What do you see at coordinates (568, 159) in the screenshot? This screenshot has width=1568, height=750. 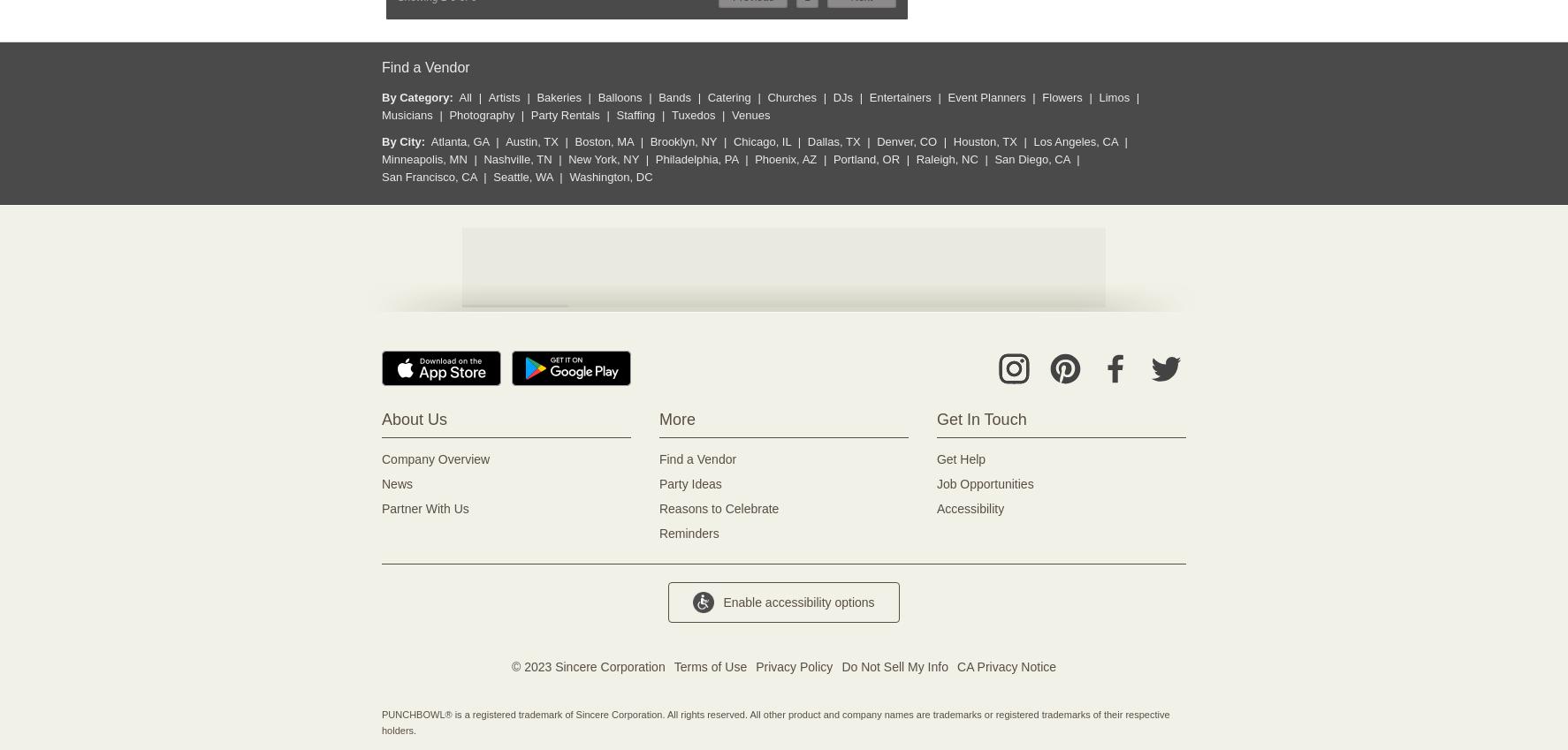 I see `'New York, NY'` at bounding box center [568, 159].